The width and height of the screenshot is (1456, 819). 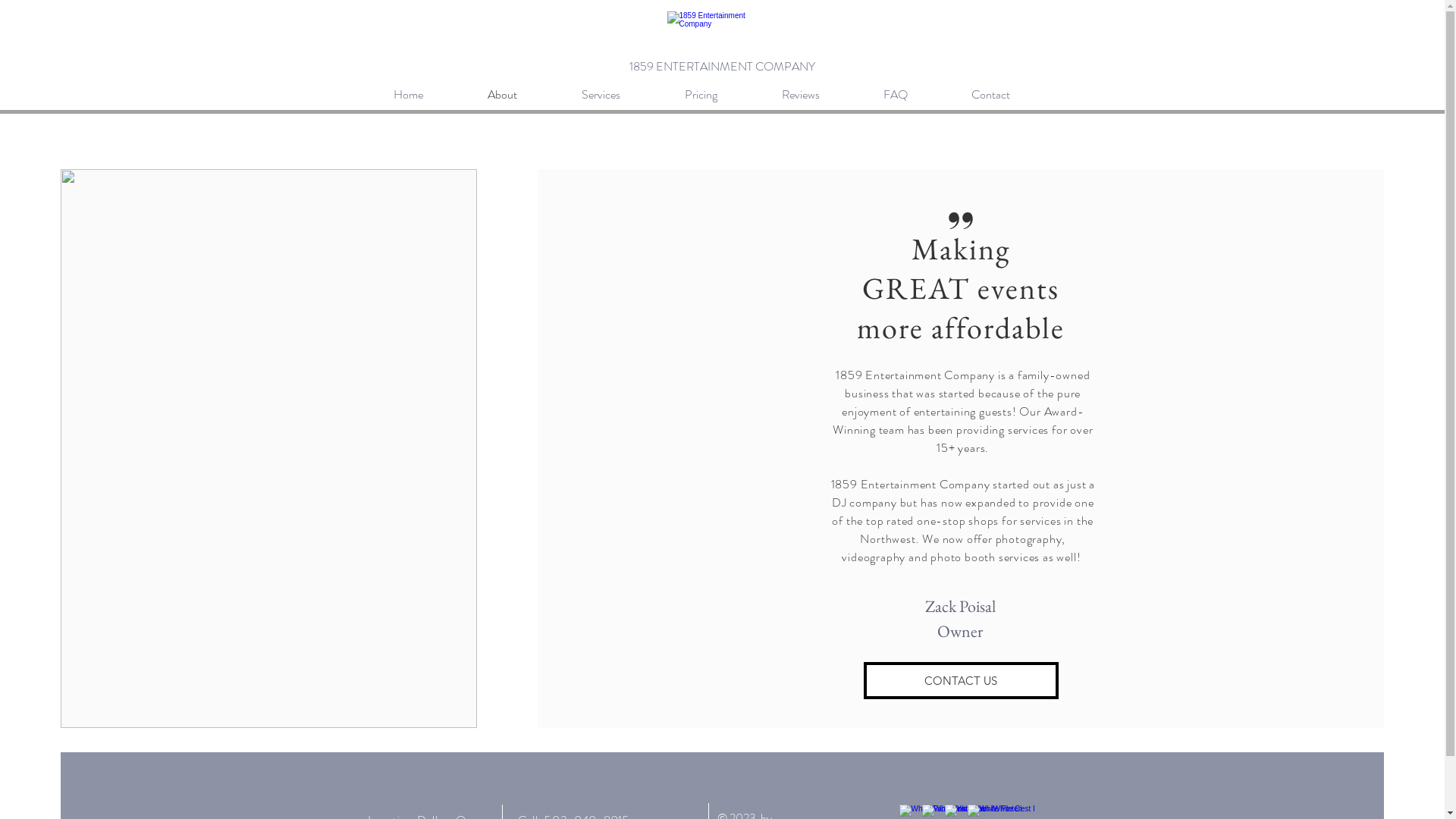 I want to click on '1859 ENTERTAINMENT COMPANY', so click(x=629, y=66).